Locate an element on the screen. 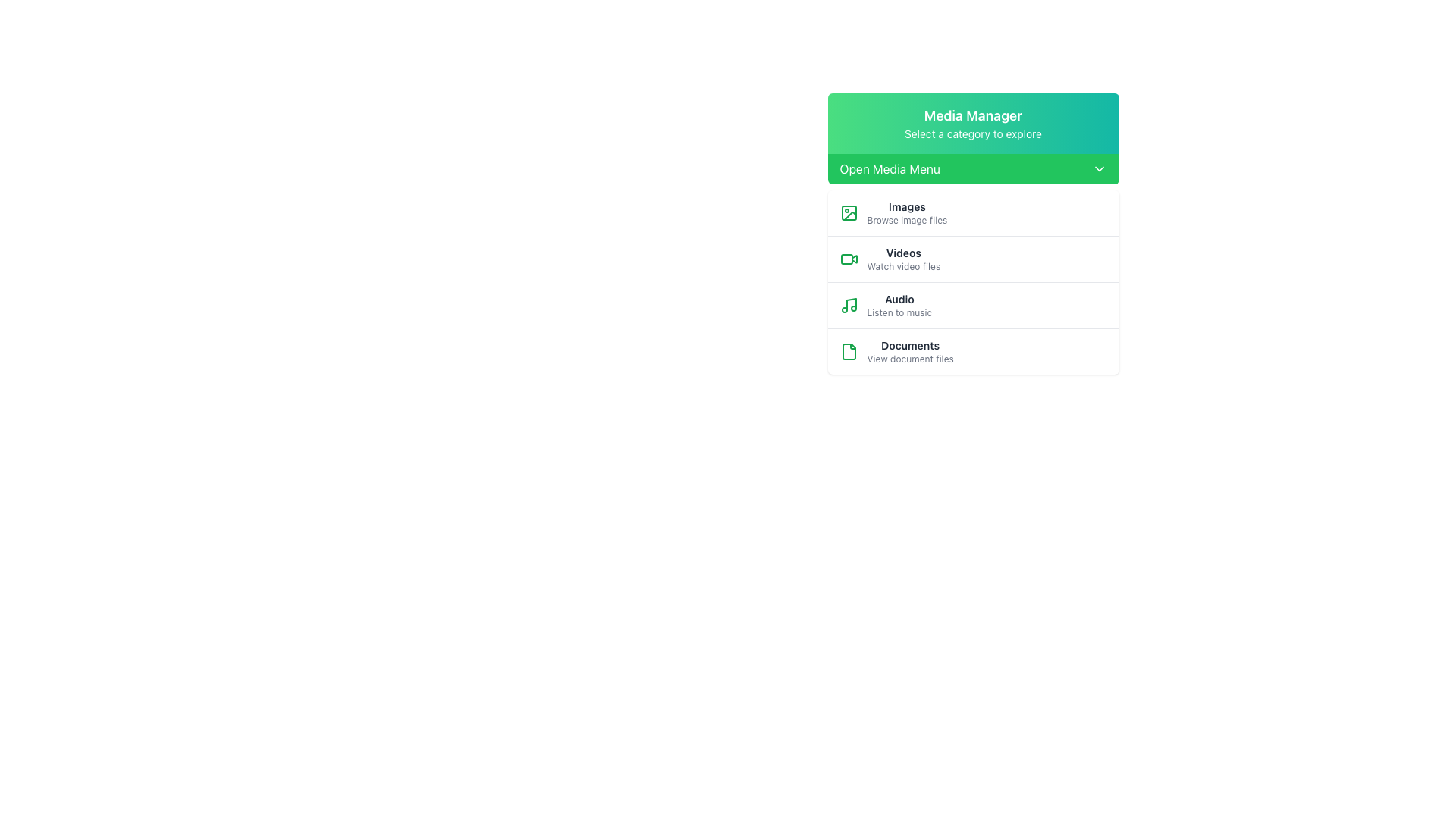 The image size is (1456, 819). the small, stylized green file document icon, which is the leftmost element in the Media Manager menu, adjacent to the text 'Documents View document files' is located at coordinates (848, 351).